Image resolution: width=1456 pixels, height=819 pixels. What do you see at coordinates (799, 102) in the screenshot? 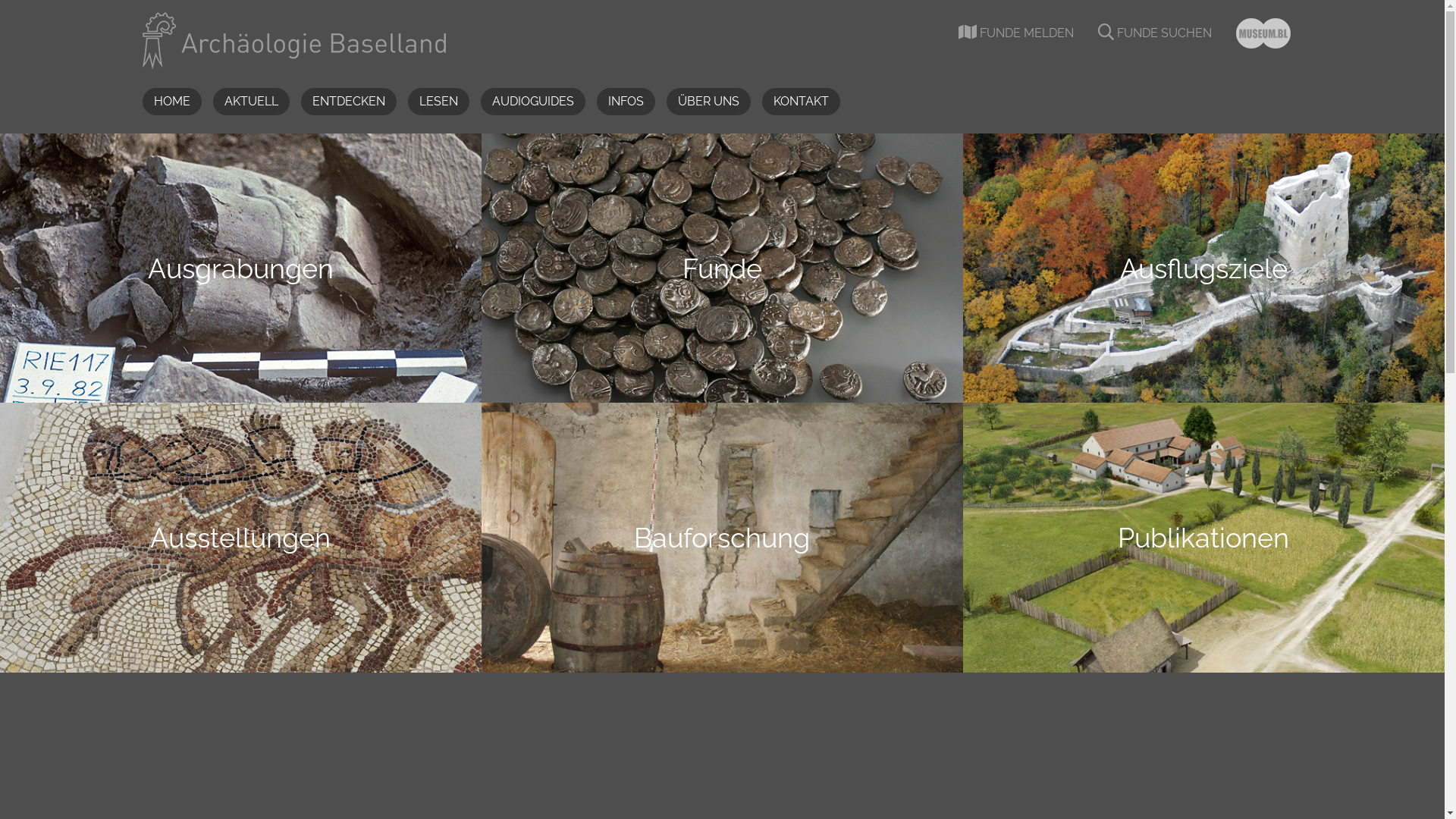
I see `'KONTAKT'` at bounding box center [799, 102].